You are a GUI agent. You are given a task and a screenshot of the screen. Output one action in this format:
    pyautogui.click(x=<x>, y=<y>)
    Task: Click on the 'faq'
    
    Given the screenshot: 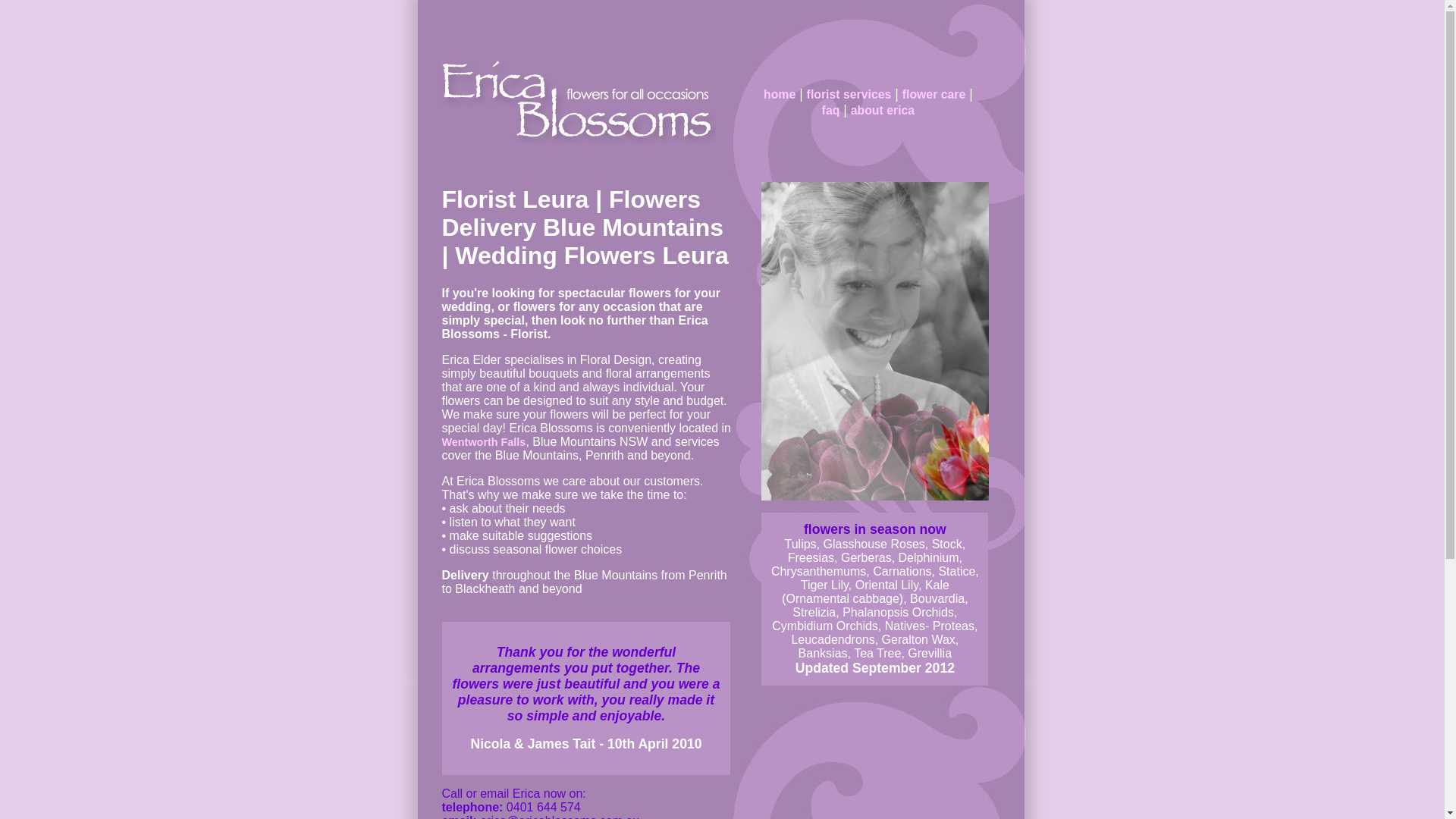 What is the action you would take?
    pyautogui.click(x=897, y=117)
    